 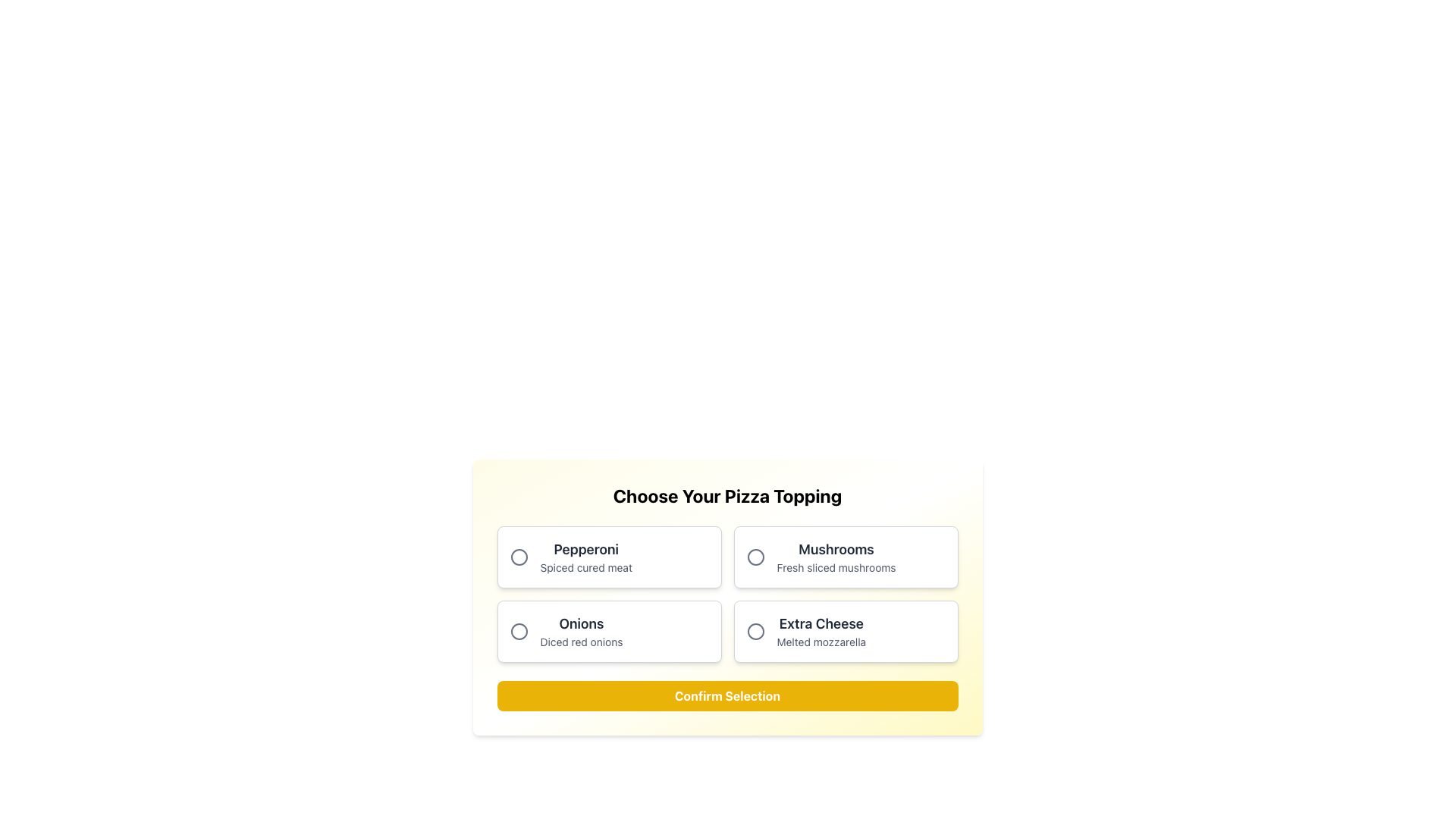 I want to click on the bold text label stating 'Extra Cheese' located in the bottom-right section of the pizza topping selection menu, positioned above the description text 'Melted mozzarella', so click(x=821, y=623).